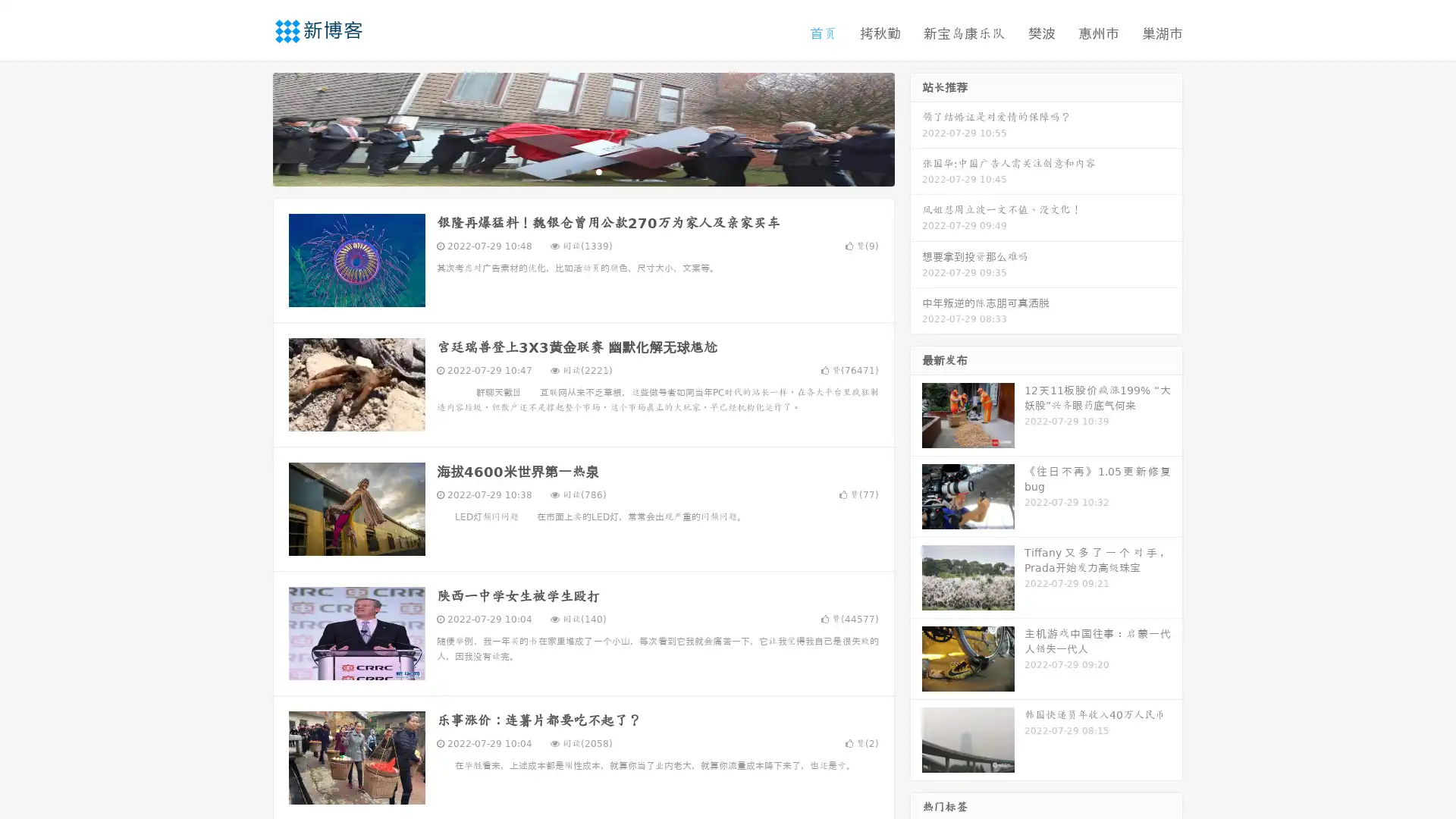  I want to click on Previous slide, so click(250, 127).